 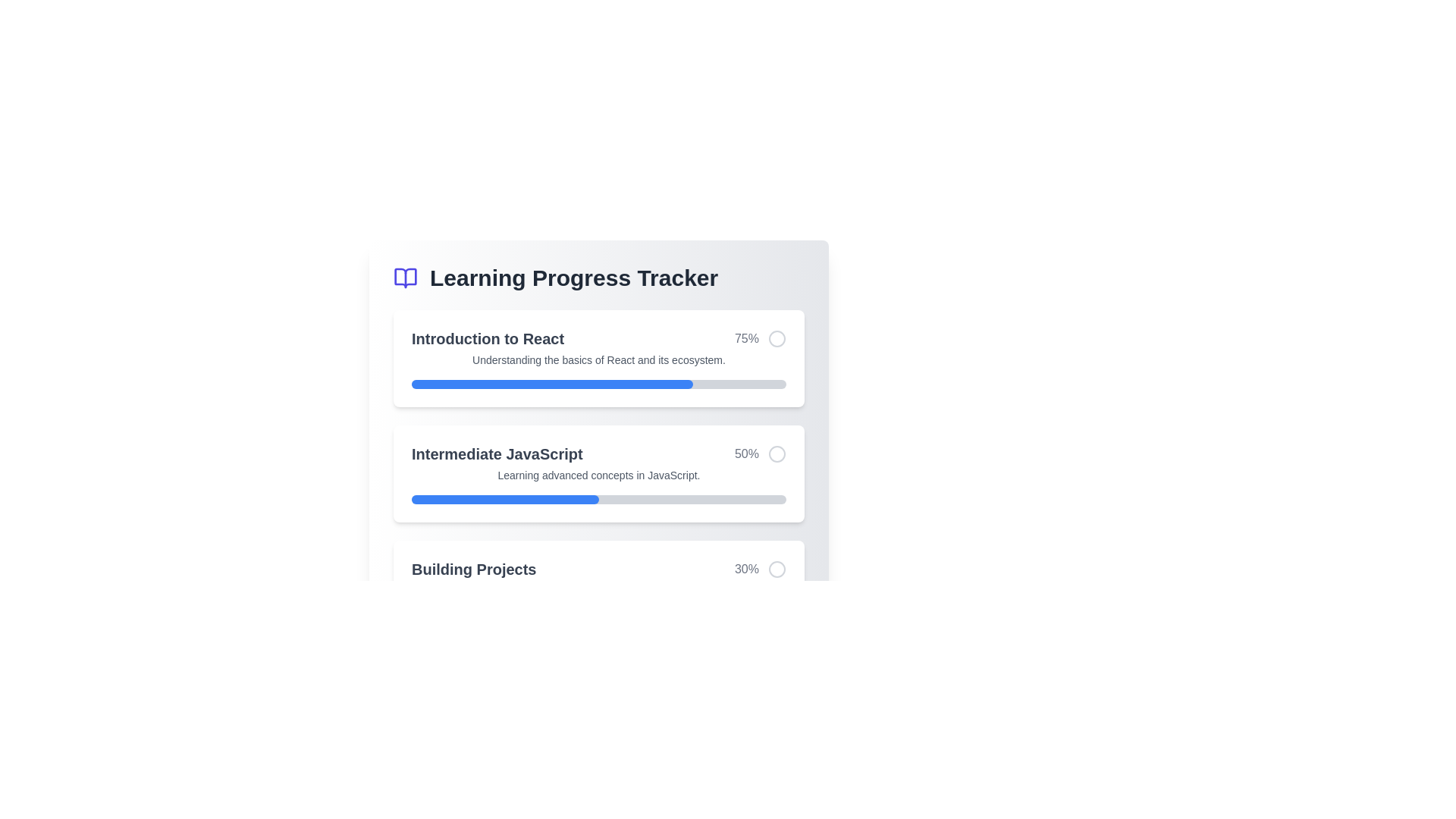 I want to click on text content of the Plain text element displaying '50%' located in the center-right area of the second progress tracker section adjacent to a circular icon, so click(x=746, y=453).